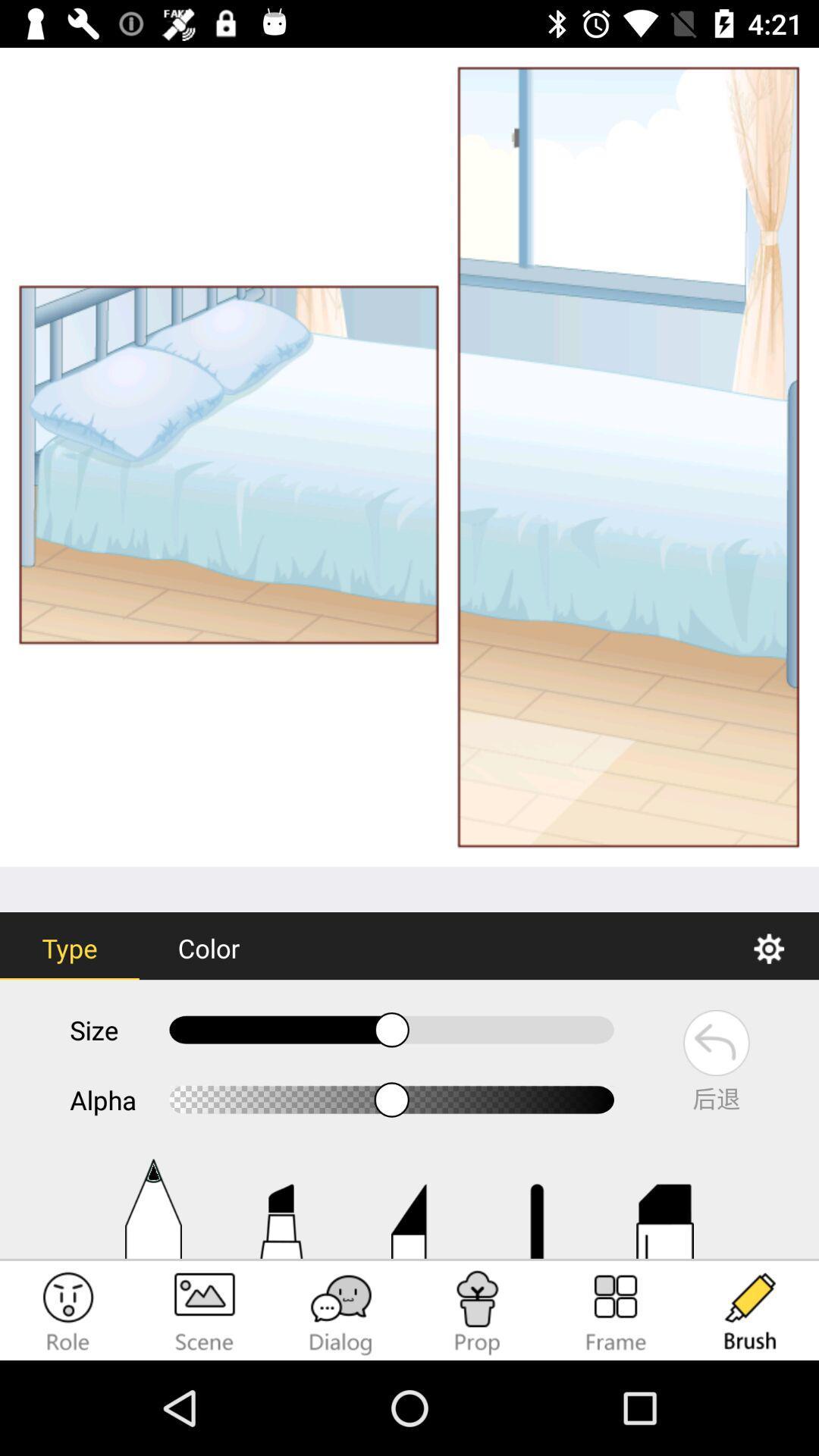  What do you see at coordinates (67, 1312) in the screenshot?
I see `the emoji icon` at bounding box center [67, 1312].